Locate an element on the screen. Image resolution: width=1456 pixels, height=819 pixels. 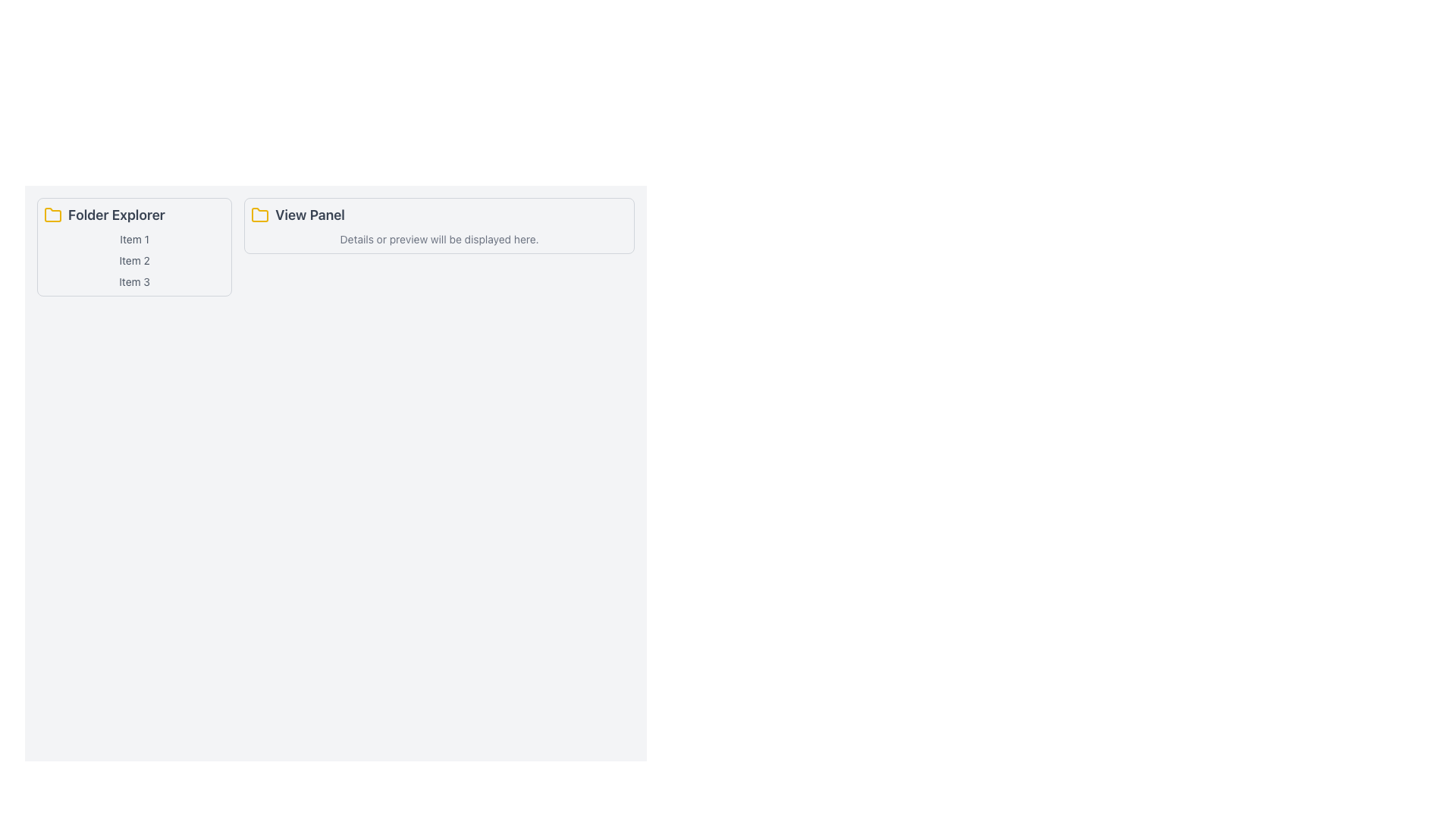
the text label displaying 'Folder Explorer' is located at coordinates (115, 215).